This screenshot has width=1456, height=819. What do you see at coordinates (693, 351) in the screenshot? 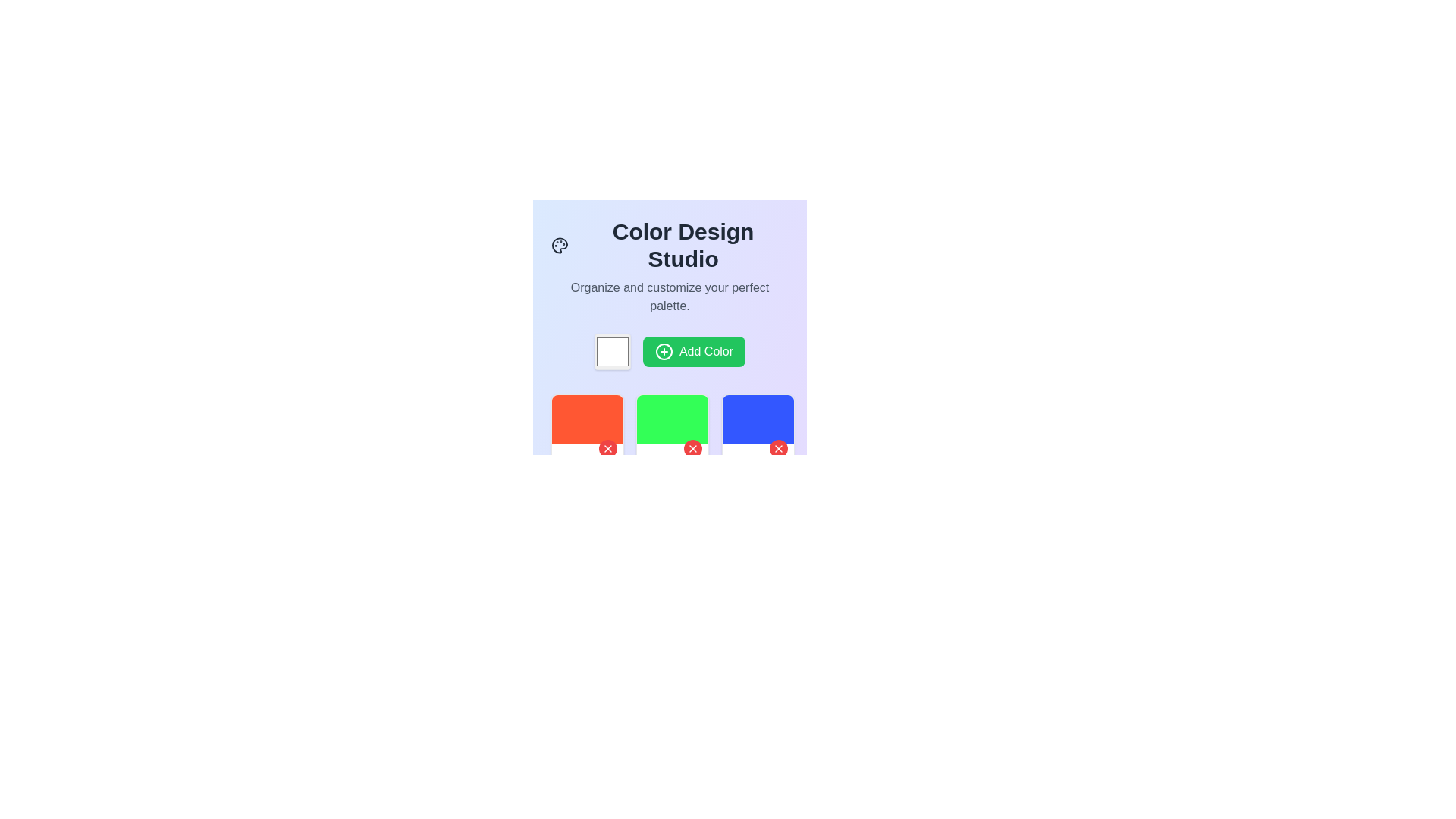
I see `the button that allows users to add a new color to a palette, located centrally under the 'Color Design Studio' heading` at bounding box center [693, 351].